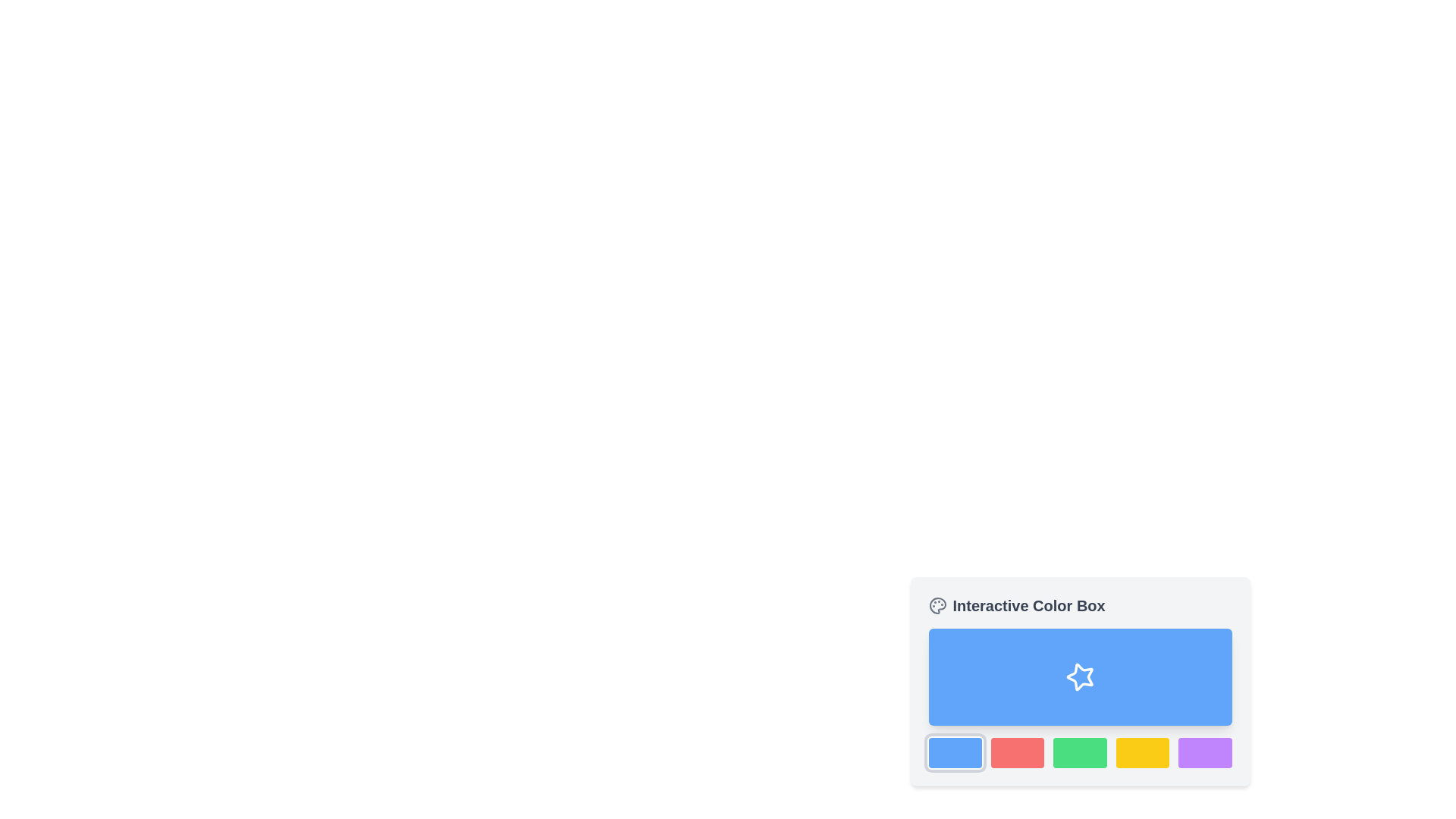  I want to click on the star icon located at the center of the blue rectangular section labeled 'Interactive Color Box', which serves as a decorative or loading indicator, so click(1079, 676).